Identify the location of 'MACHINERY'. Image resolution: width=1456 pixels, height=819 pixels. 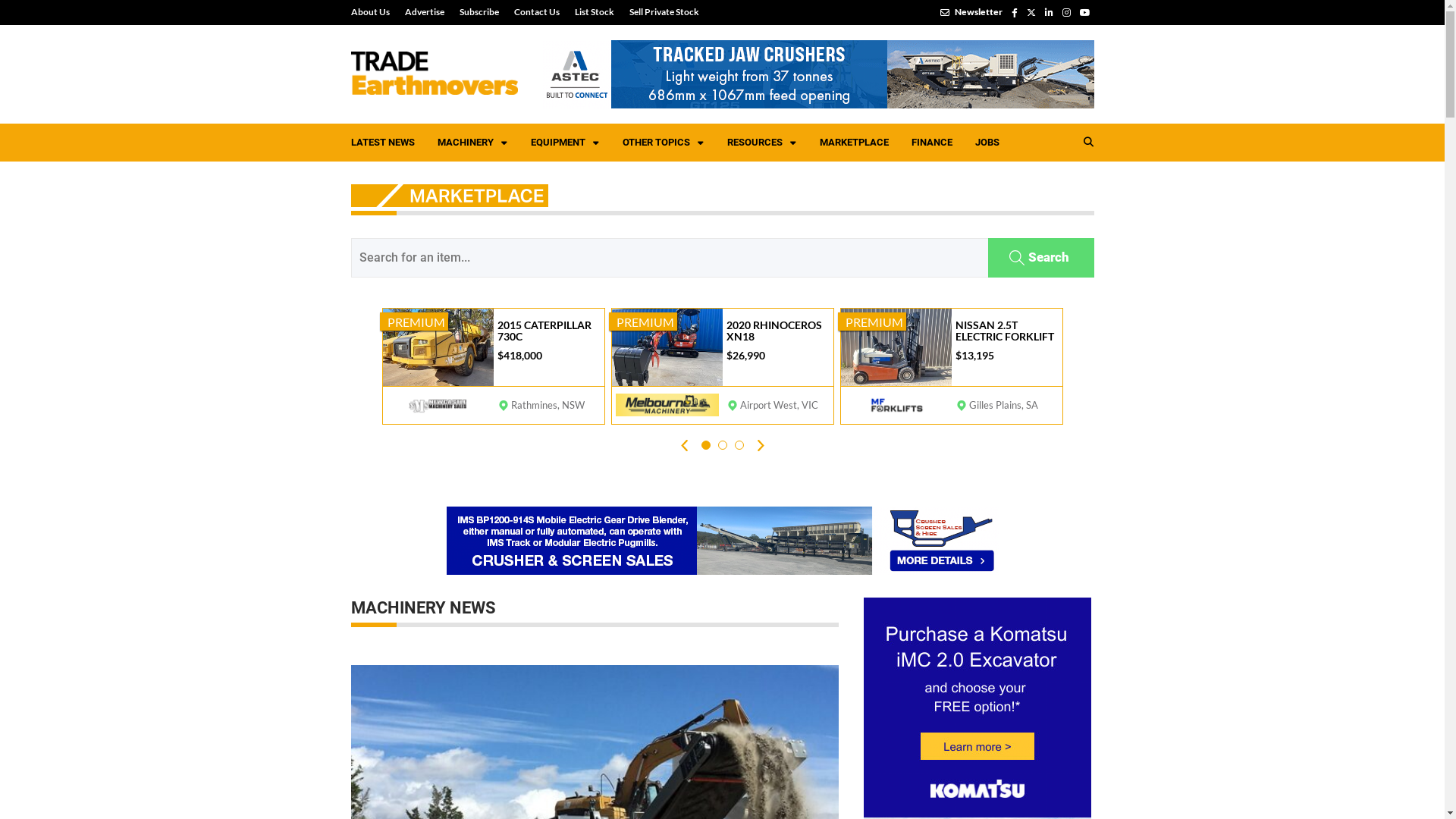
(425, 143).